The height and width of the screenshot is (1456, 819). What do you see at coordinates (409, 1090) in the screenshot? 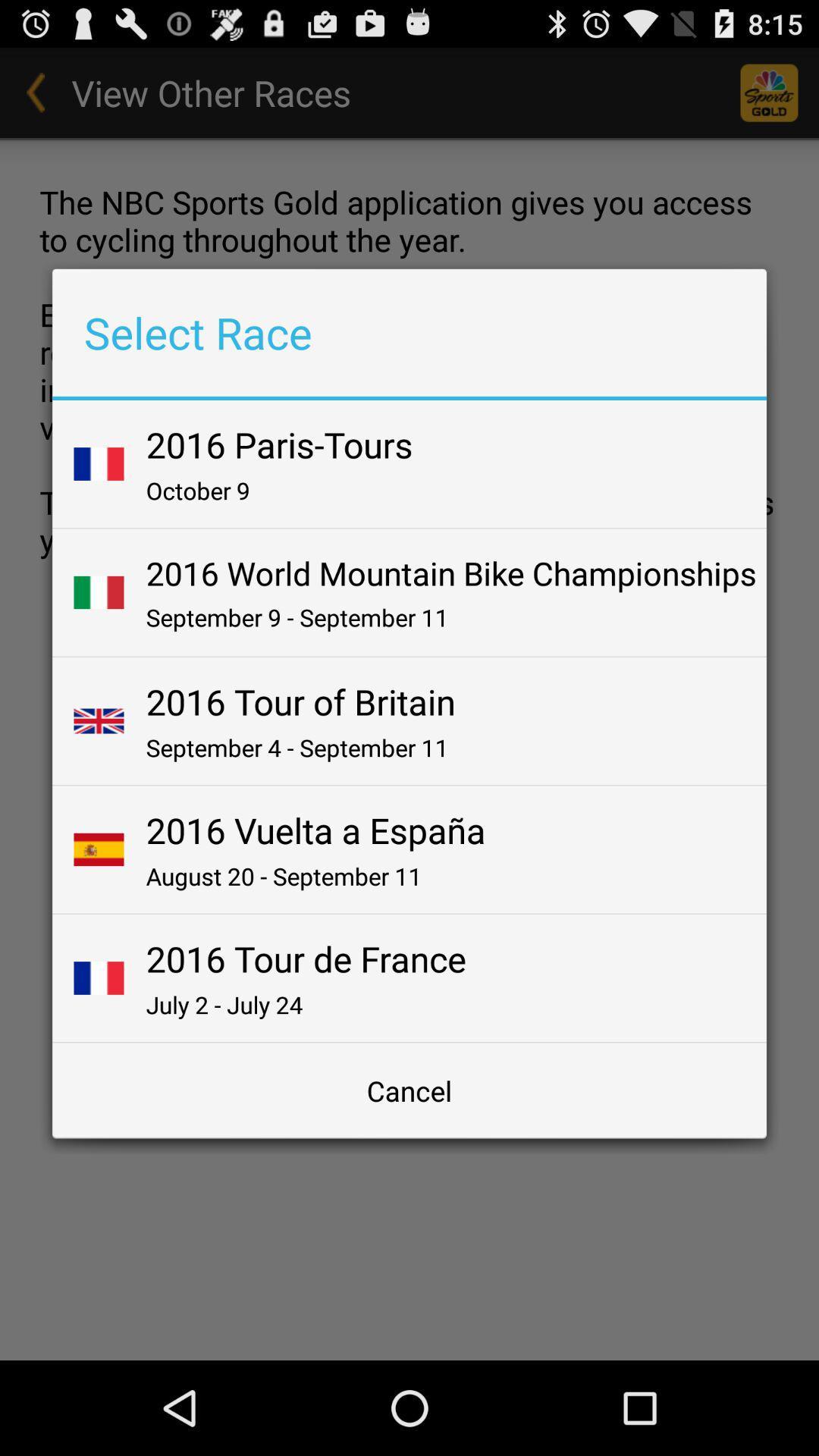
I see `the cancel item` at bounding box center [409, 1090].